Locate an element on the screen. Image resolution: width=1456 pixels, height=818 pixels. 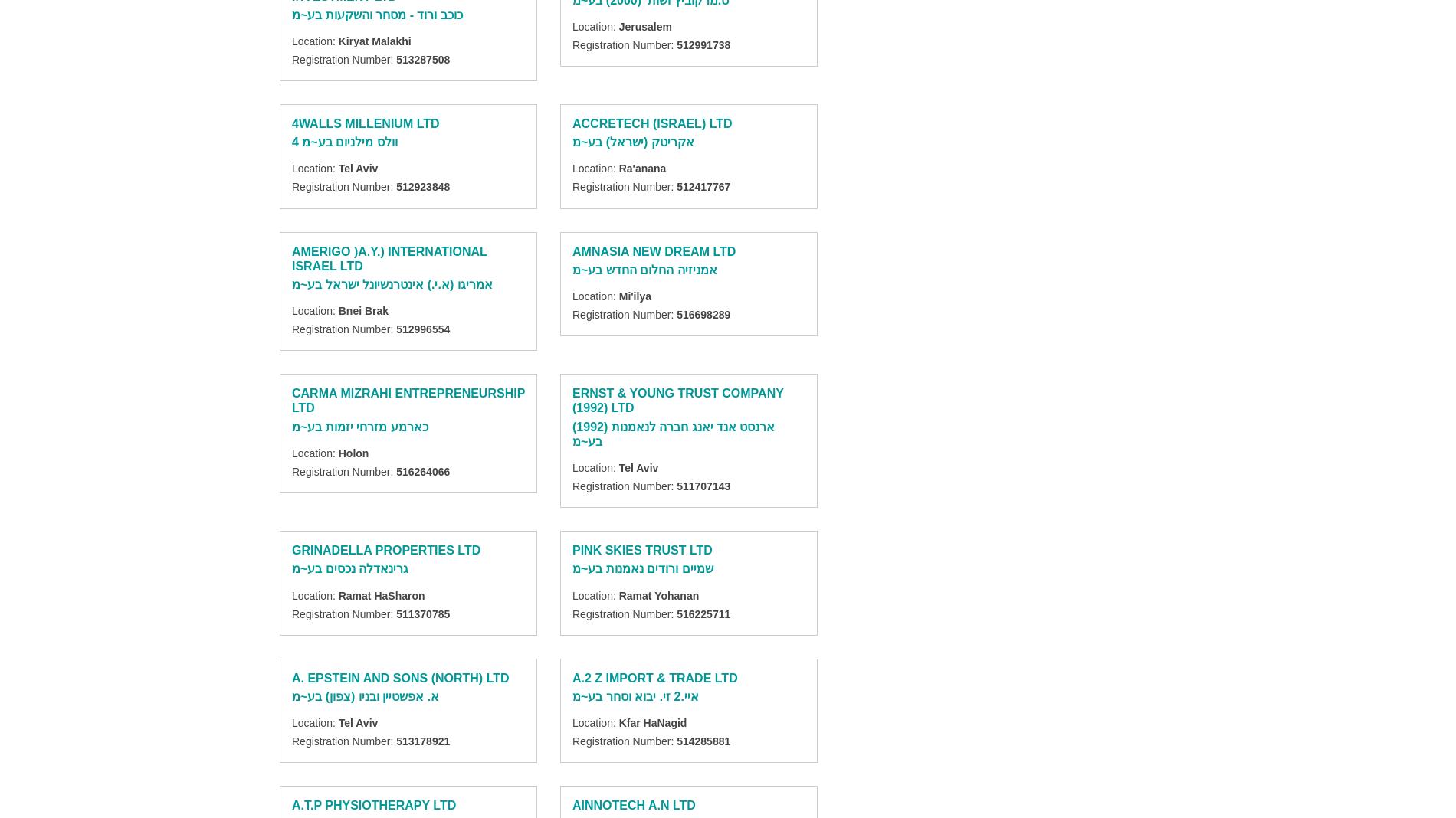
'A.T.P PHYSIOTHERAPY  LTD' is located at coordinates (290, 805).